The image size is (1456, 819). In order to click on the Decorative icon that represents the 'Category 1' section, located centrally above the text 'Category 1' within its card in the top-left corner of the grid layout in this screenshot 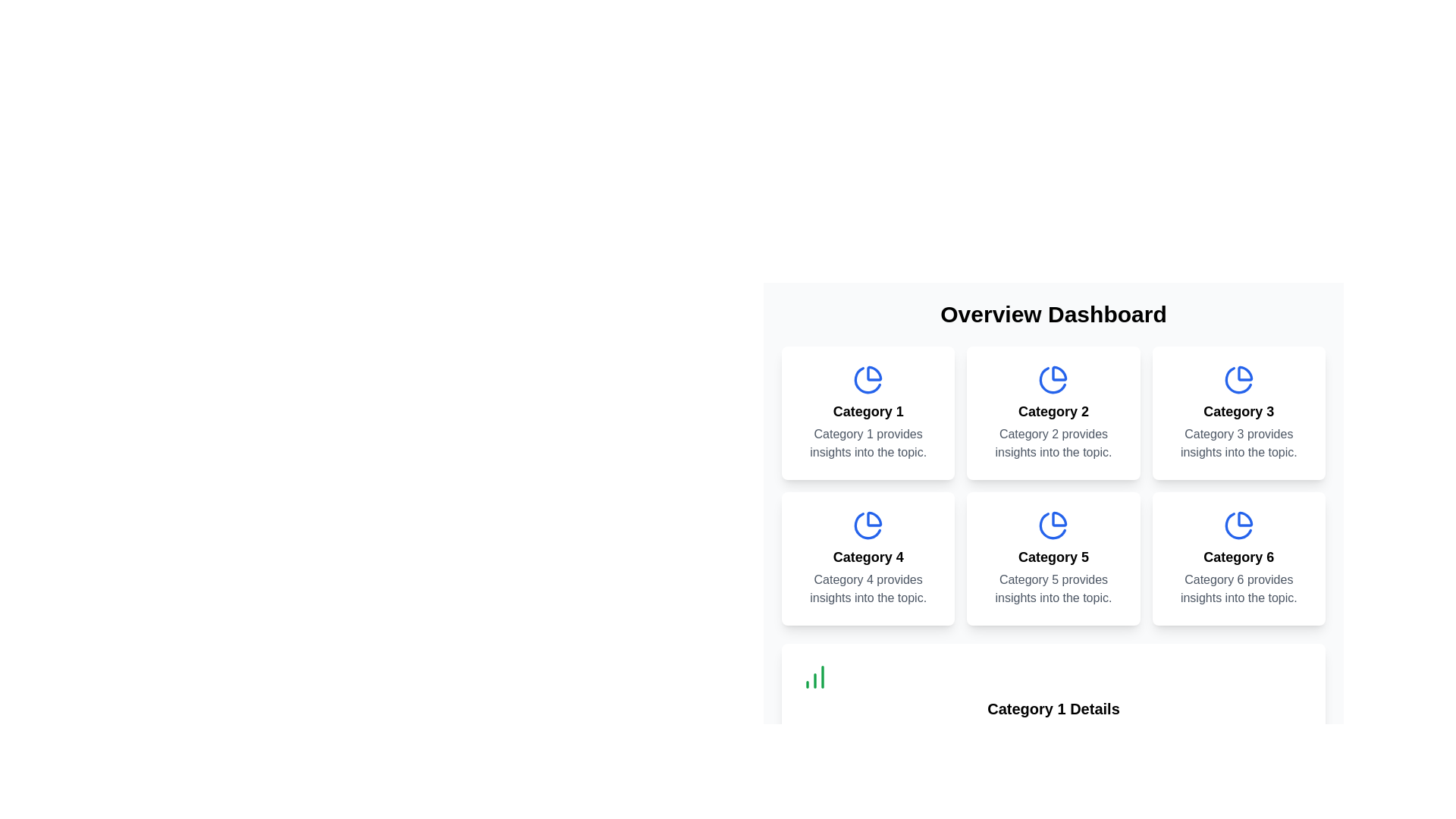, I will do `click(868, 379)`.